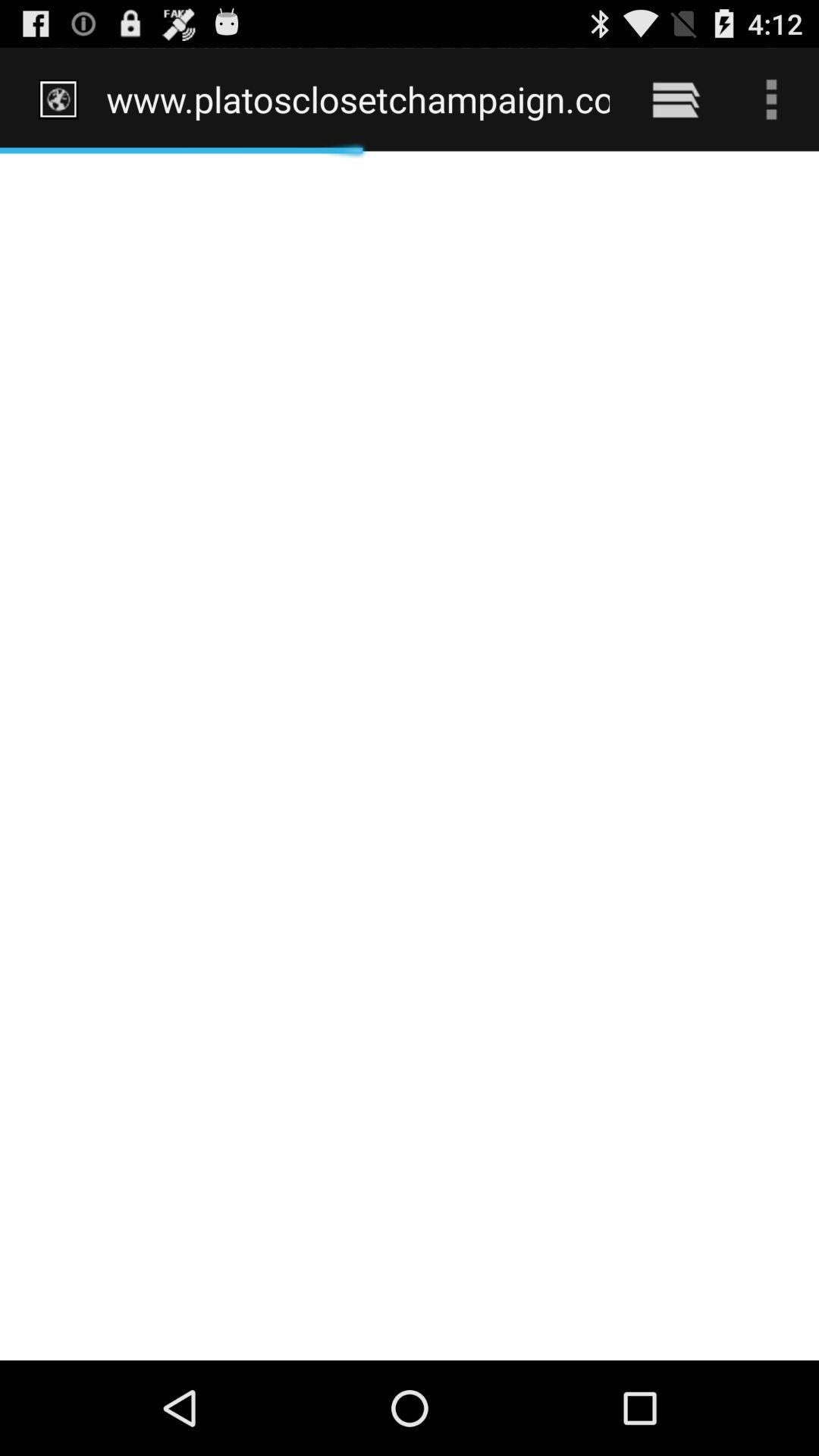 This screenshot has width=819, height=1456. What do you see at coordinates (675, 99) in the screenshot?
I see `icon next to www.platosclosetchampaign.com` at bounding box center [675, 99].